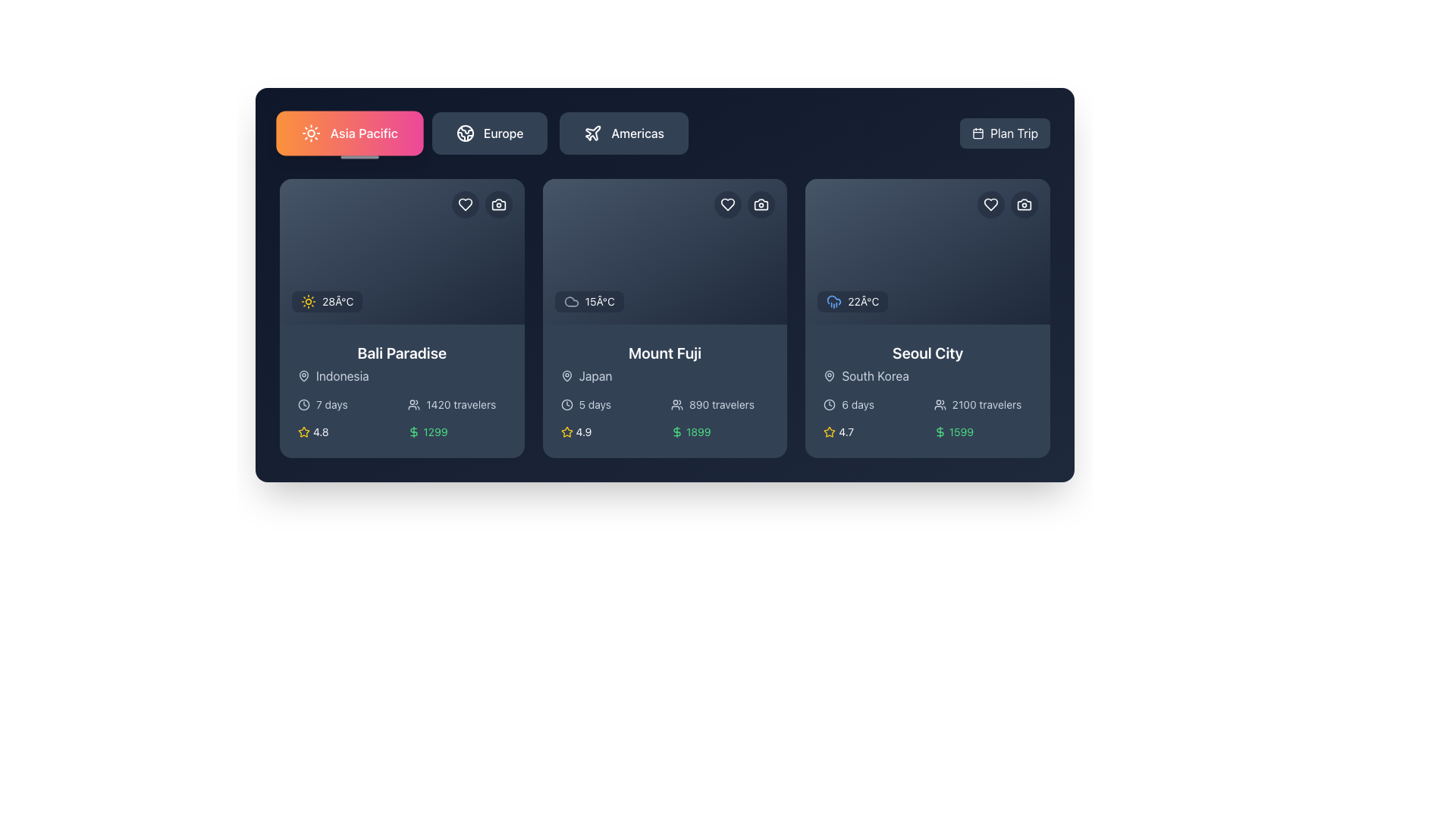 This screenshot has width=1456, height=819. Describe the element at coordinates (465, 133) in the screenshot. I see `Circle element within the SVG graphic that represents the 'Europe' section of the navigation bar for design or code details` at that location.